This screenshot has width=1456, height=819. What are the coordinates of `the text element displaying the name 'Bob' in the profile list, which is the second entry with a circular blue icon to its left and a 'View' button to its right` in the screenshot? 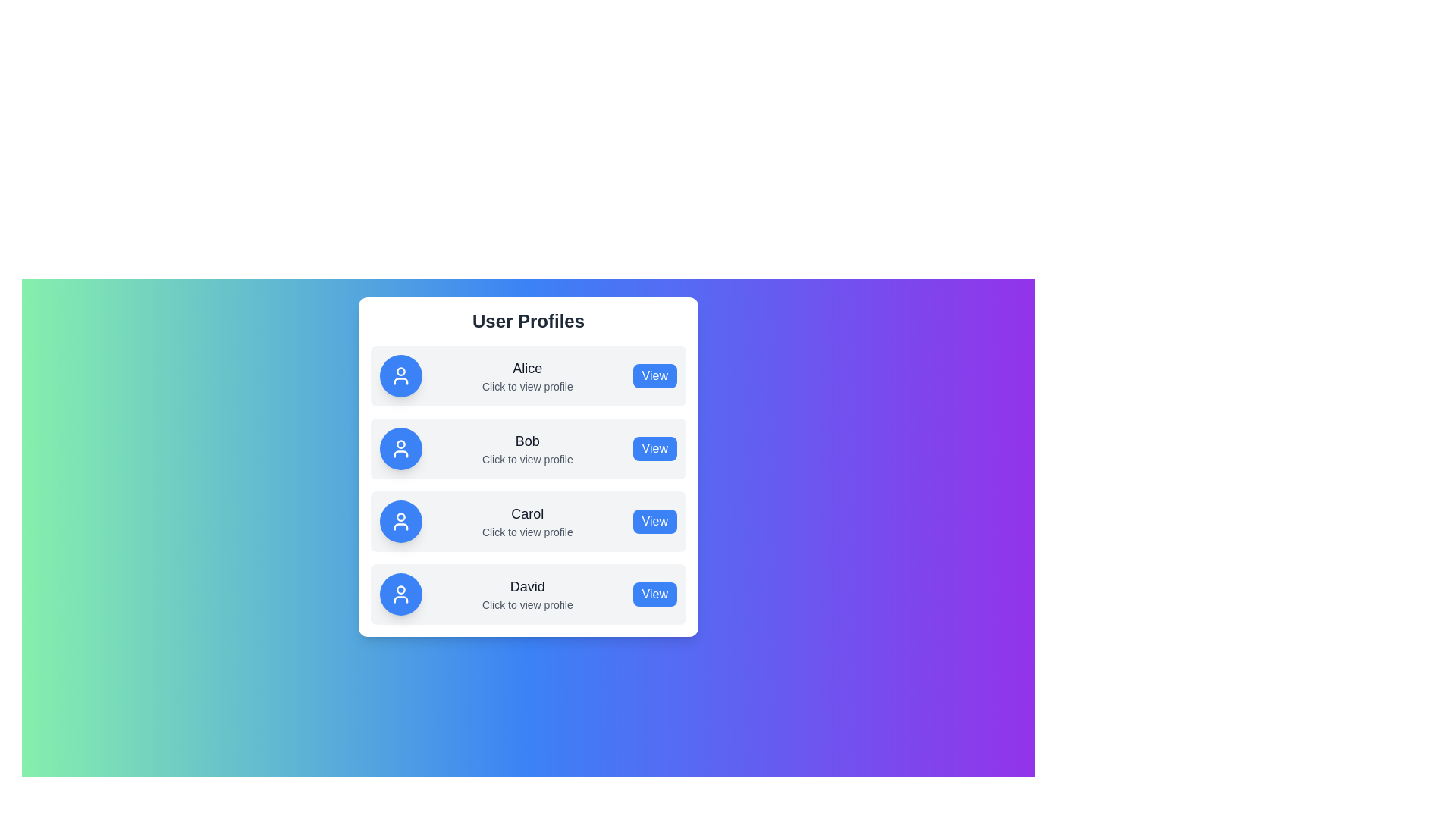 It's located at (527, 447).